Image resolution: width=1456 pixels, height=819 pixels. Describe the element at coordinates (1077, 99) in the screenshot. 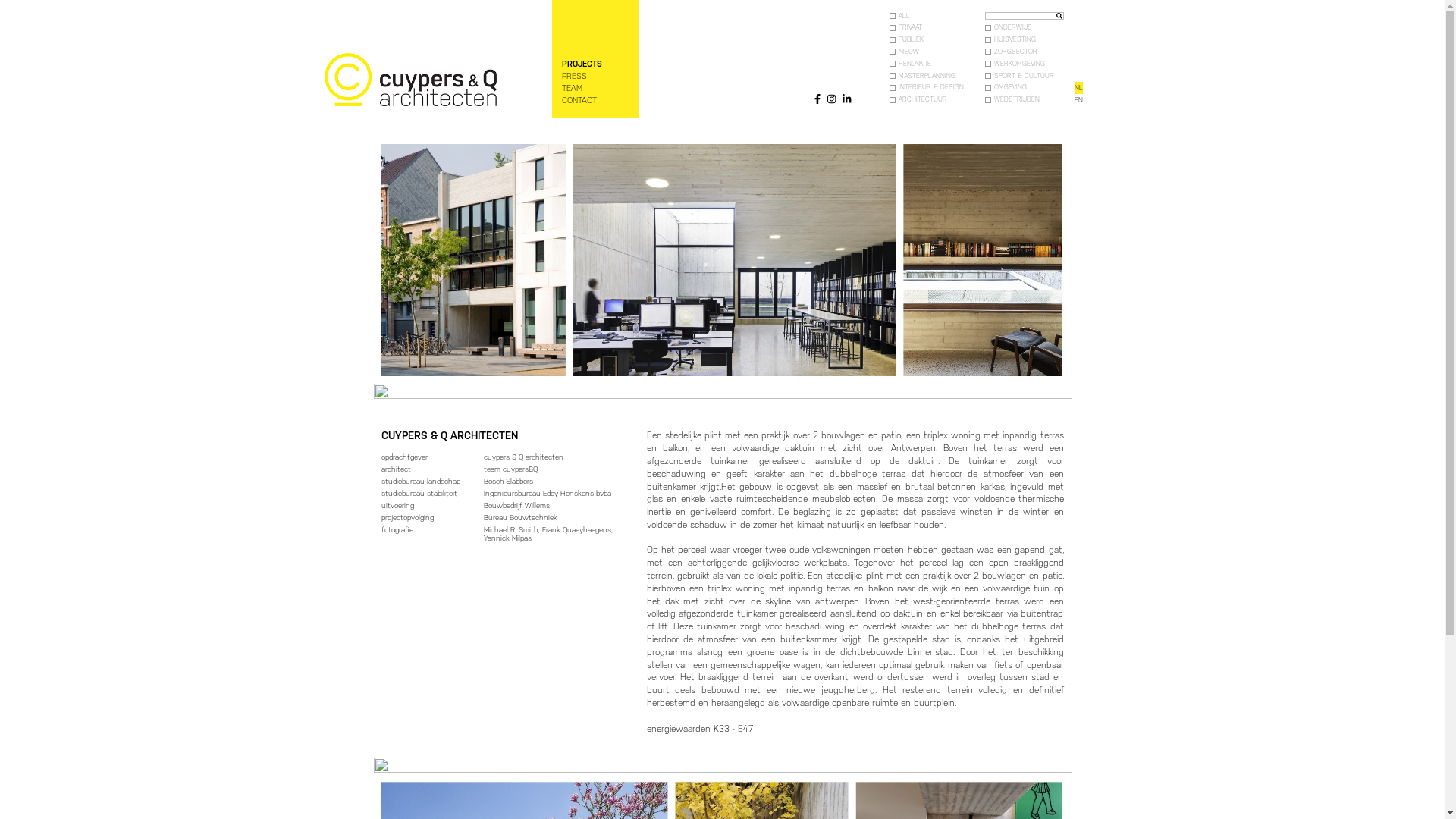

I see `'EN'` at that location.